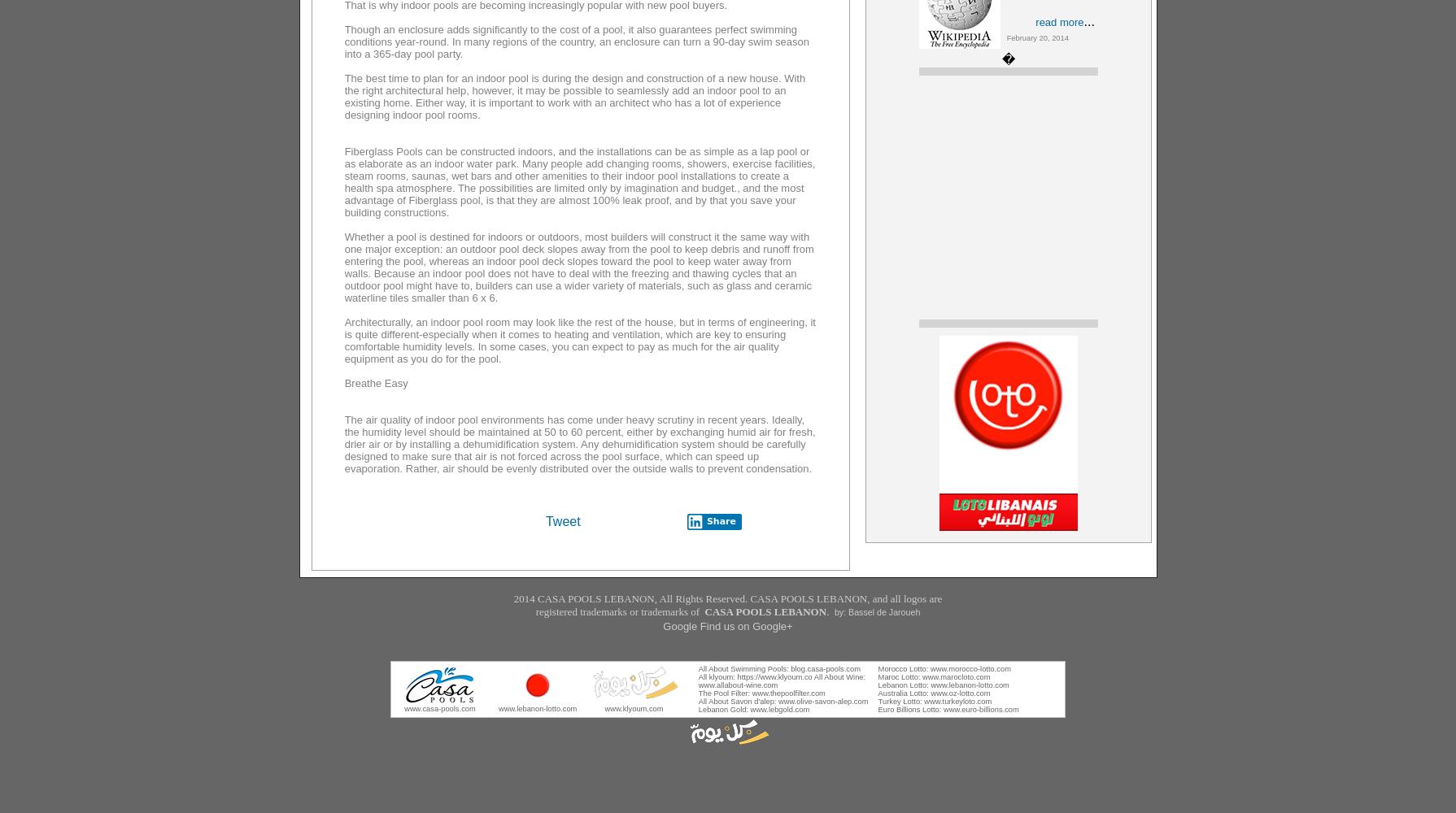  I want to click on 'registered
	trademarks or trademarks of', so click(619, 611).